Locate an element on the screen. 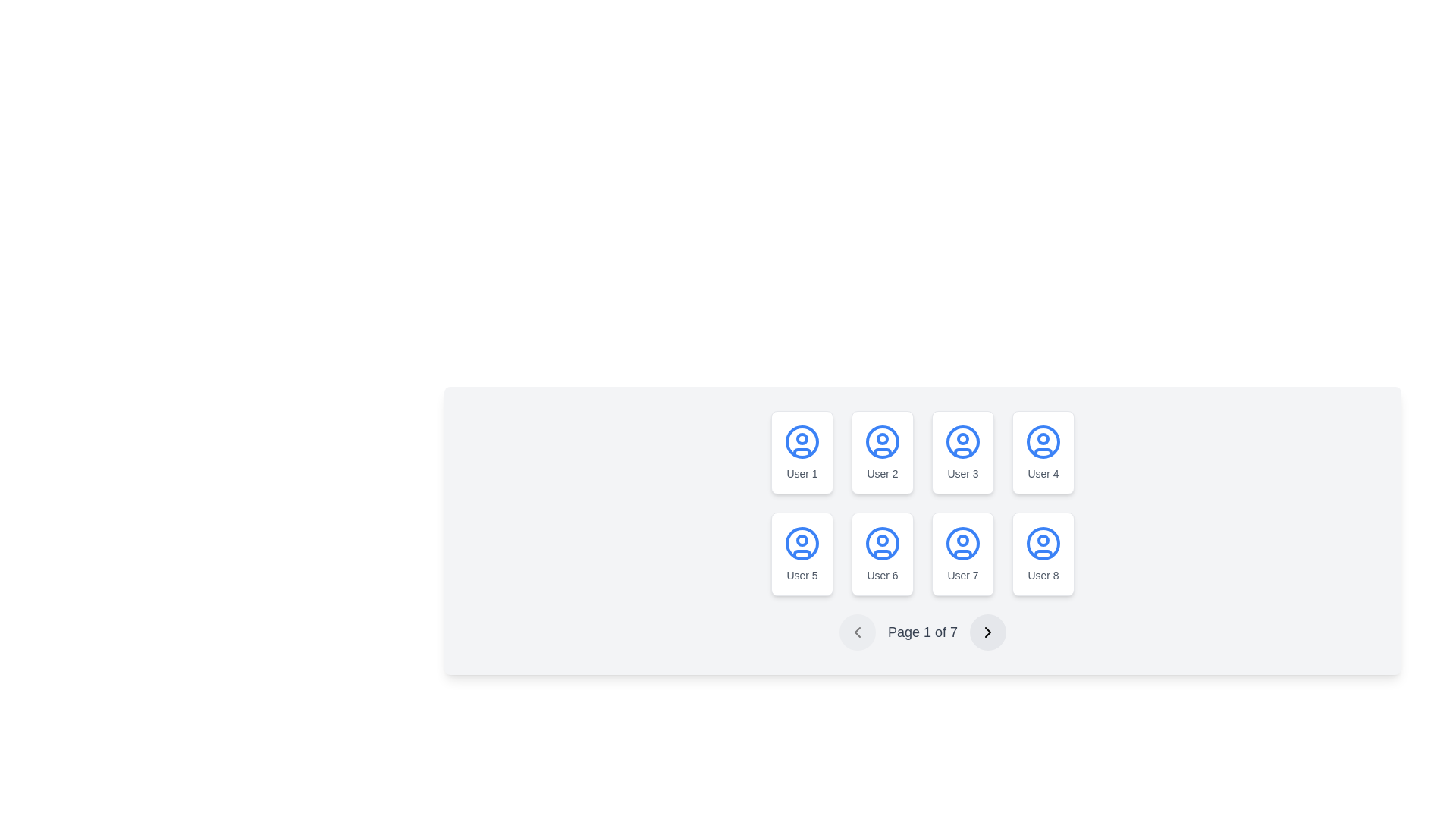  the SVG Circle component representing the face of 'User 6' within the user avatar graphic, located in the second row, third column of the grid is located at coordinates (882, 540).